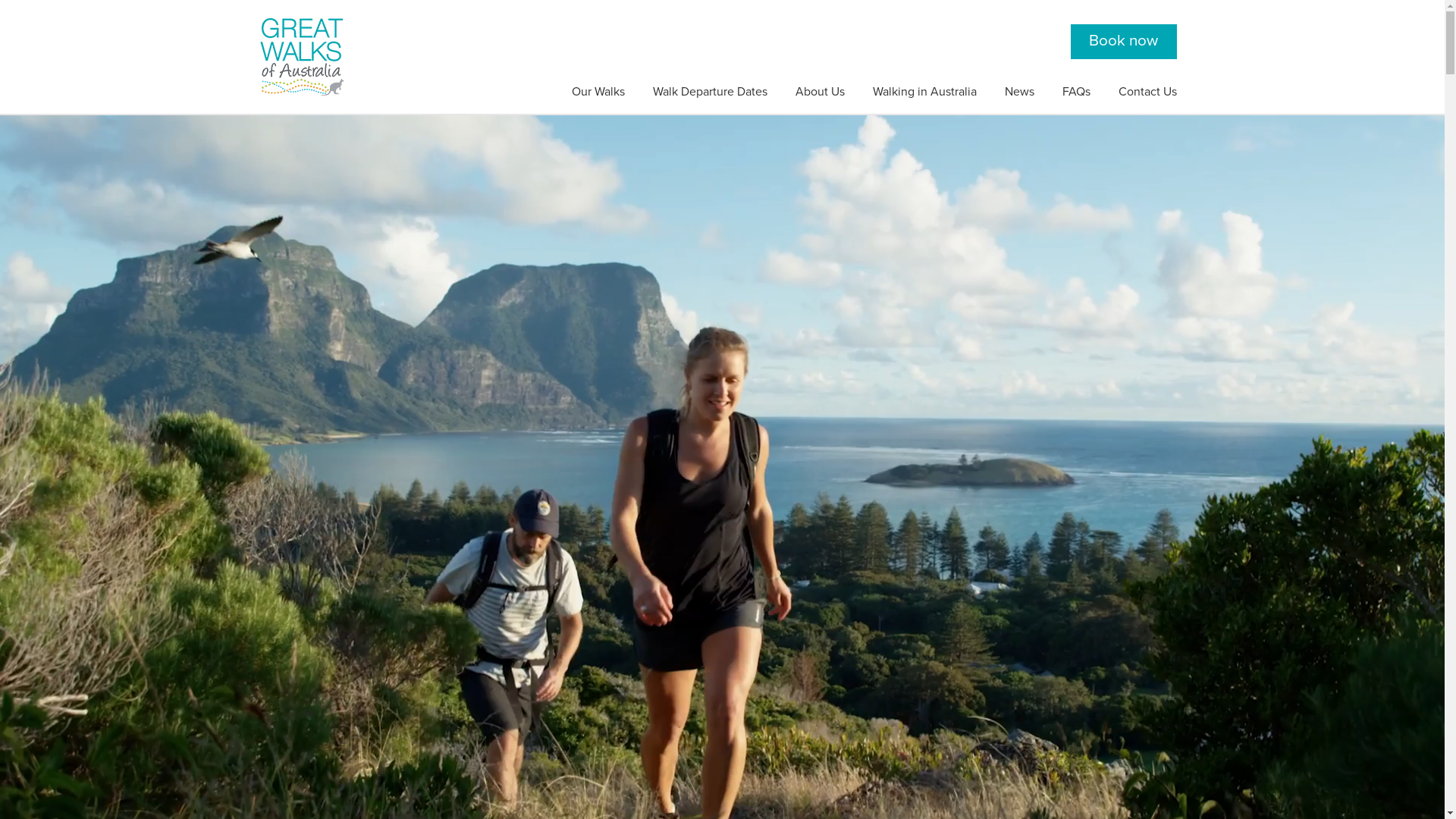 The width and height of the screenshot is (1456, 819). Describe the element at coordinates (1018, 93) in the screenshot. I see `'News'` at that location.